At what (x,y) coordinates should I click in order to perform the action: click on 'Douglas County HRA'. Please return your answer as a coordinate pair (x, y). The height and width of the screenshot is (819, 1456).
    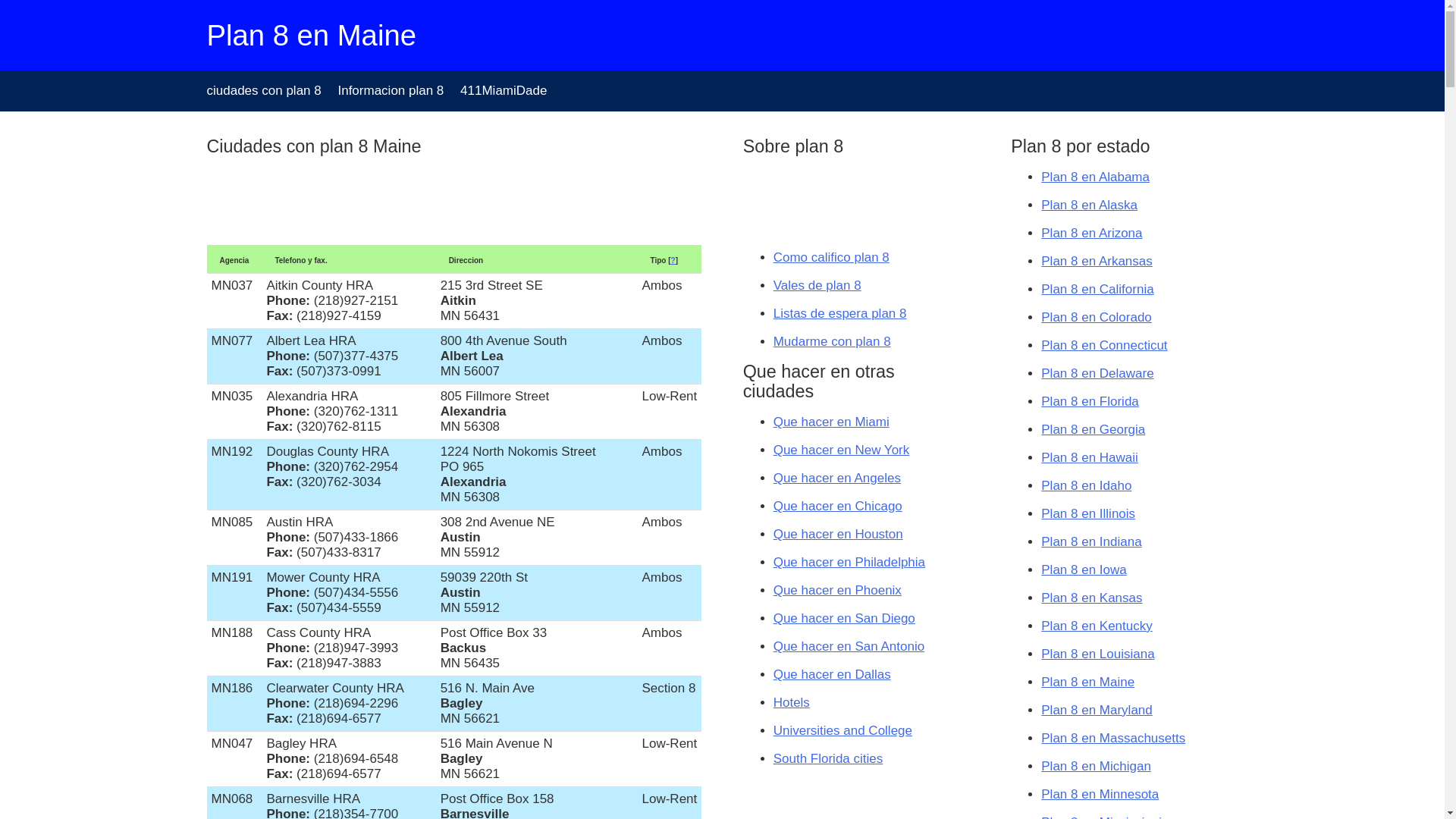
    Looking at the image, I should click on (327, 450).